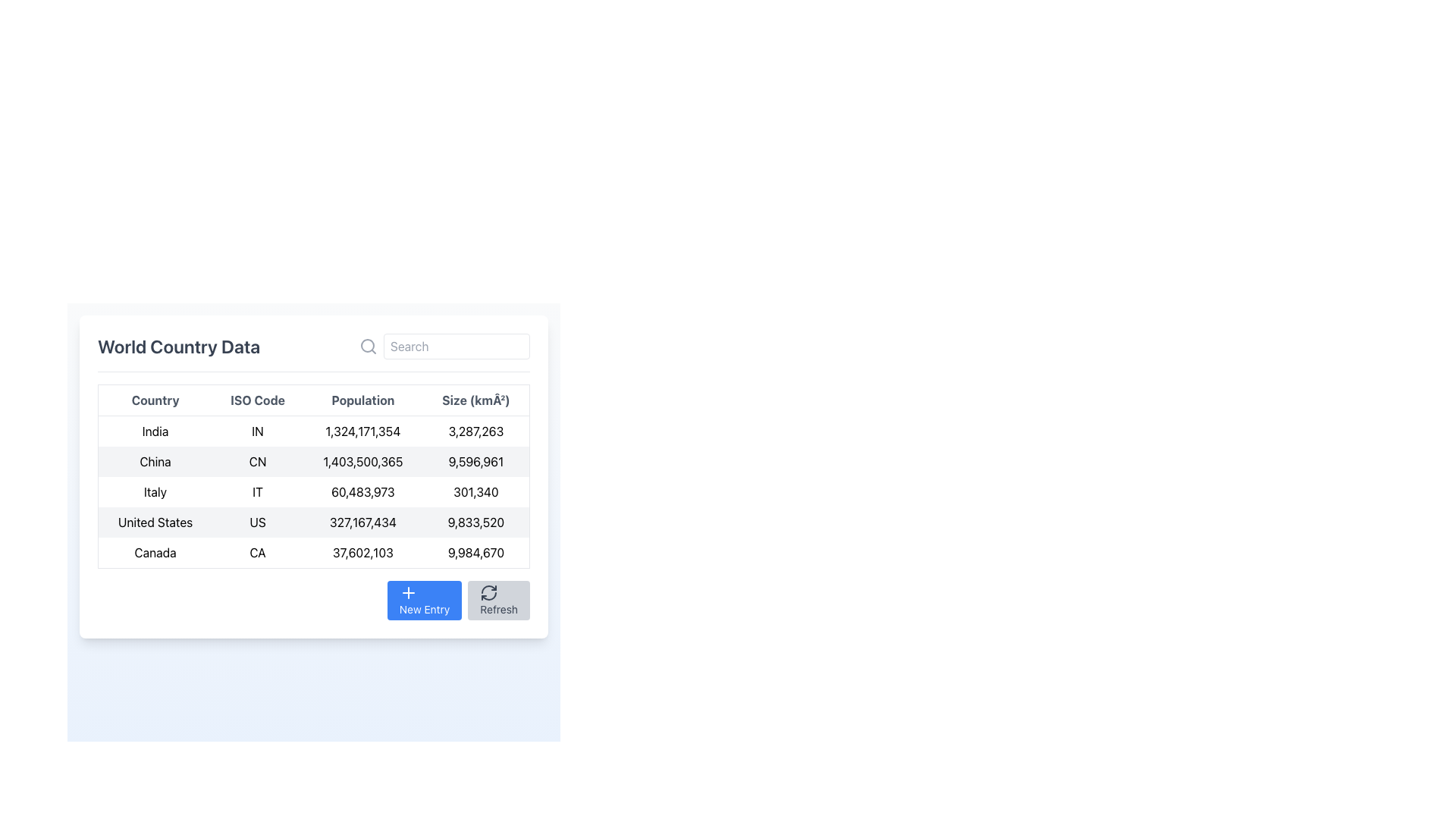 The width and height of the screenshot is (1456, 819). I want to click on the text label displaying 'United States' in the first column of the table, so click(155, 522).